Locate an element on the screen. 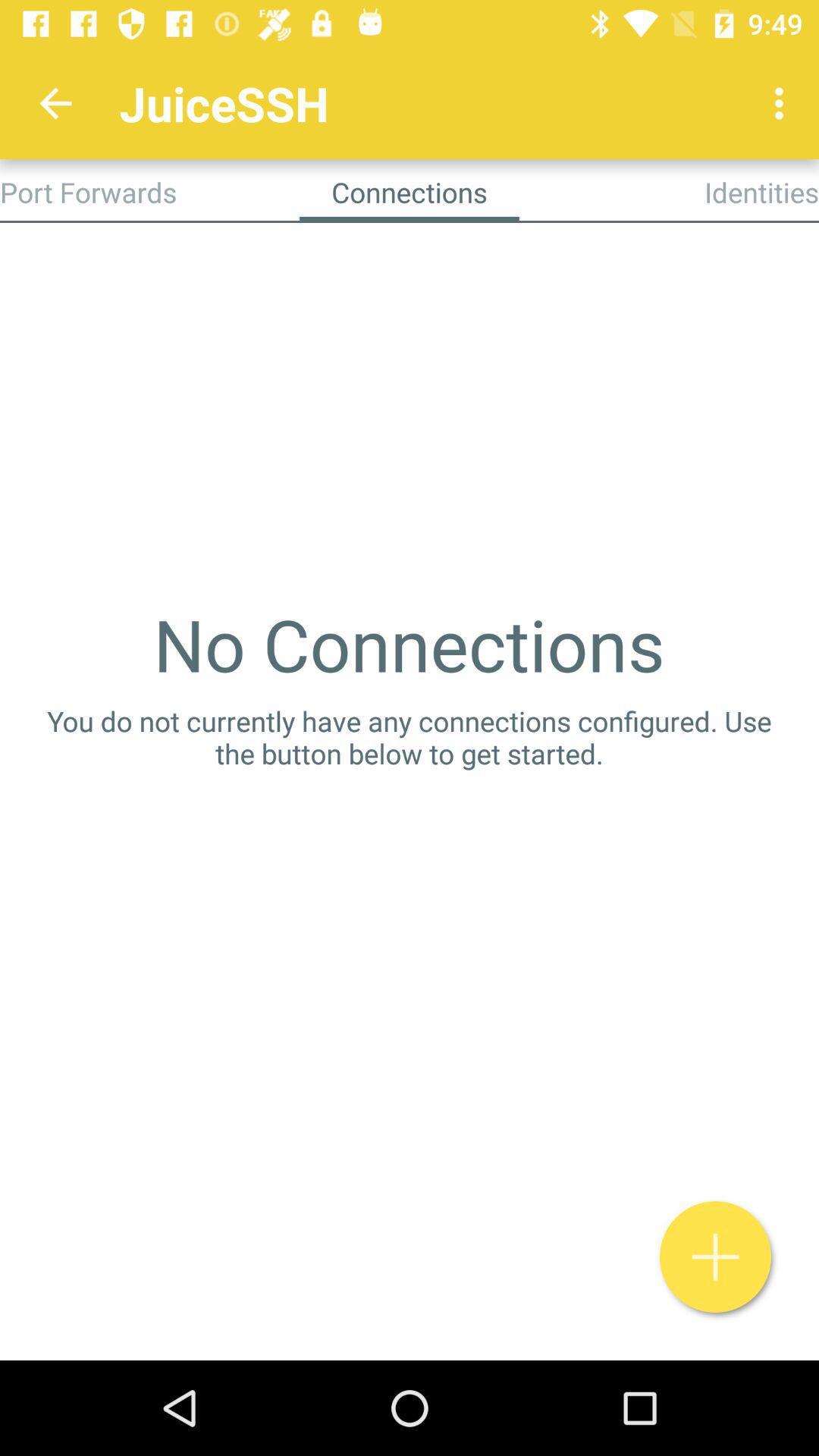 This screenshot has height=1456, width=819. no connections is located at coordinates (408, 644).